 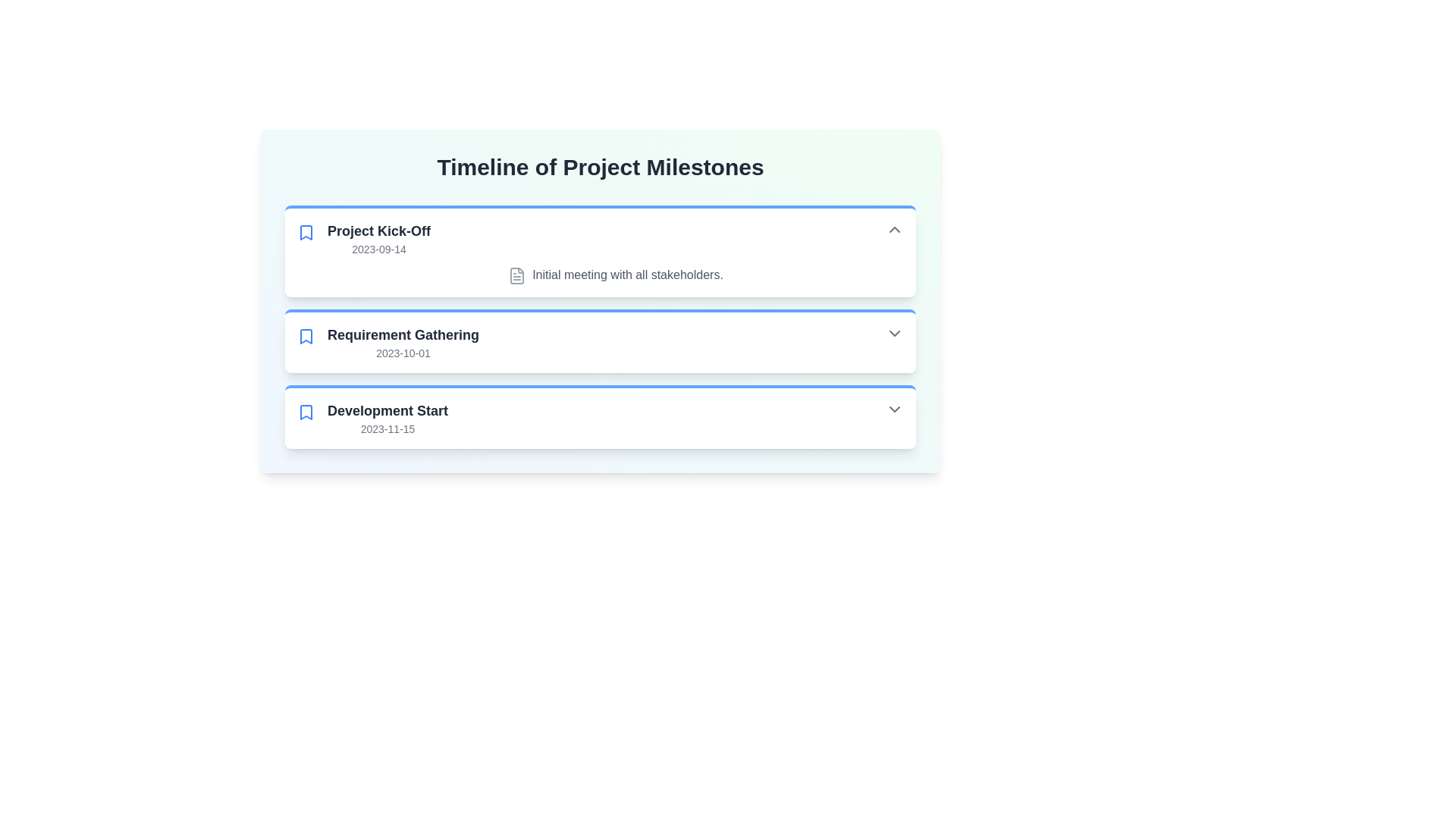 I want to click on the date text label '2023-09-14' that is positioned below the title 'Project Kick-Off' in the milestone list, so click(x=378, y=248).